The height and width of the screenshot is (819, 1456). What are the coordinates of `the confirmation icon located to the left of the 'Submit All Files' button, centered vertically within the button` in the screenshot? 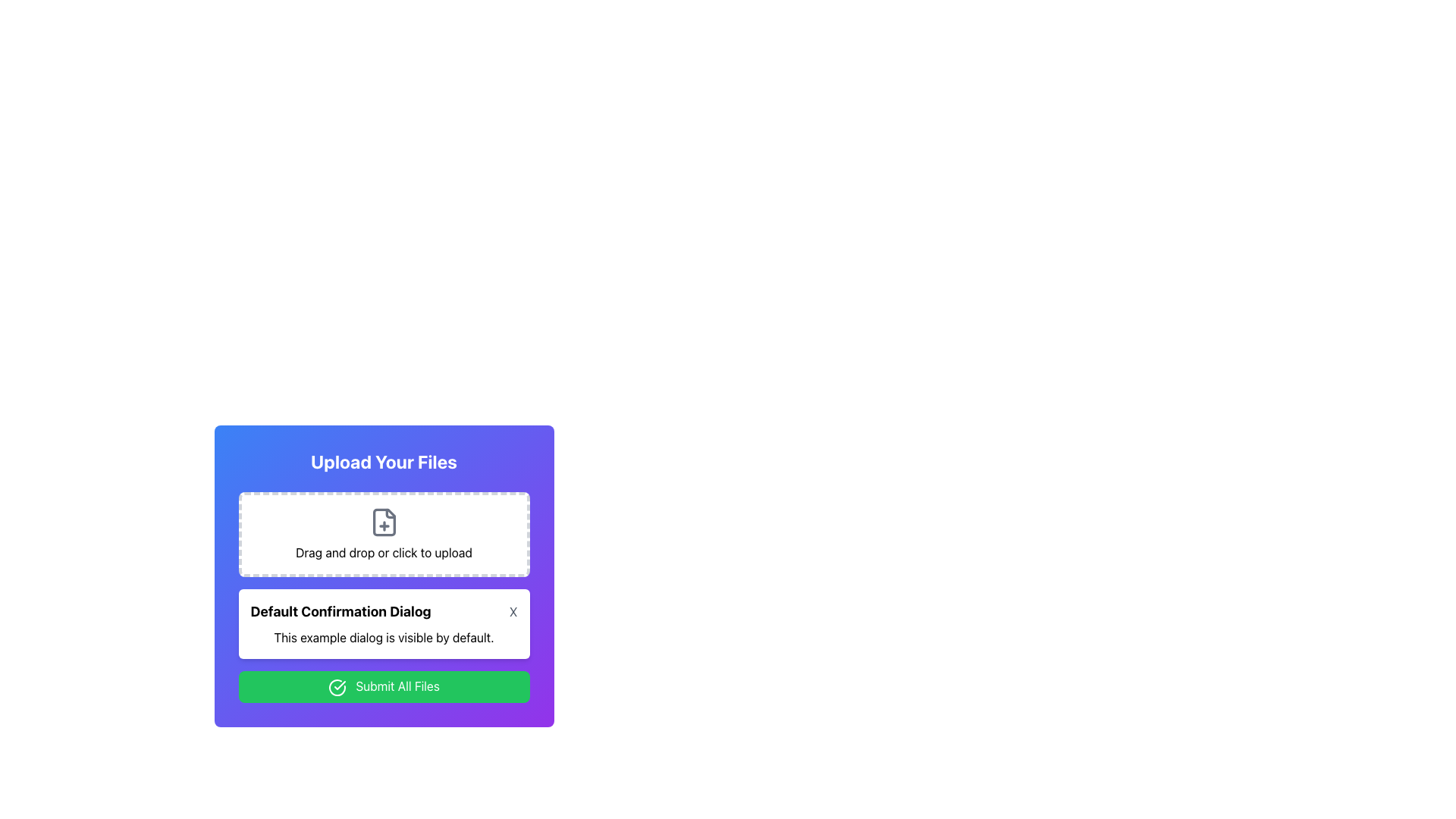 It's located at (337, 687).